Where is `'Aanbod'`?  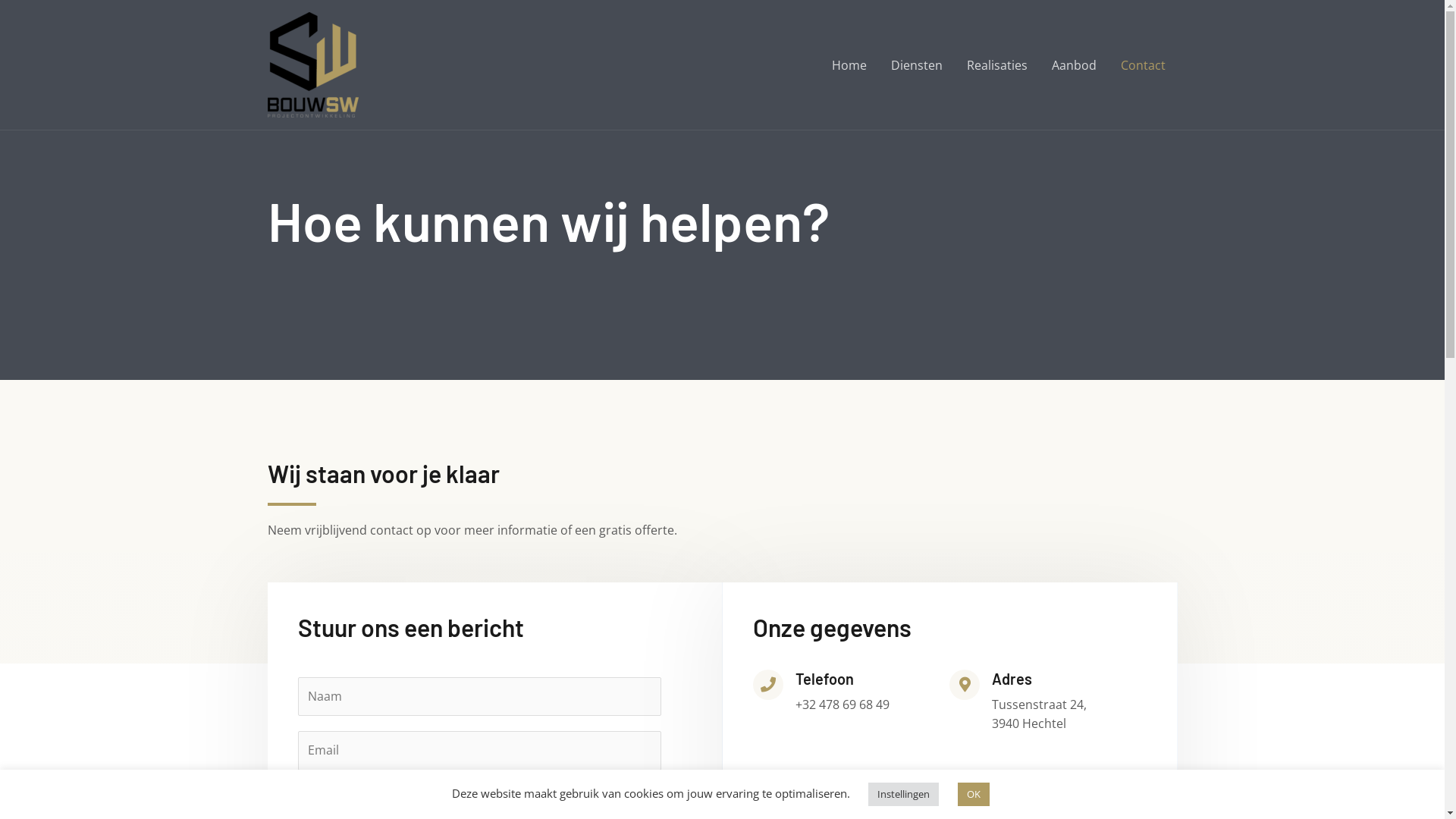 'Aanbod' is located at coordinates (1072, 63).